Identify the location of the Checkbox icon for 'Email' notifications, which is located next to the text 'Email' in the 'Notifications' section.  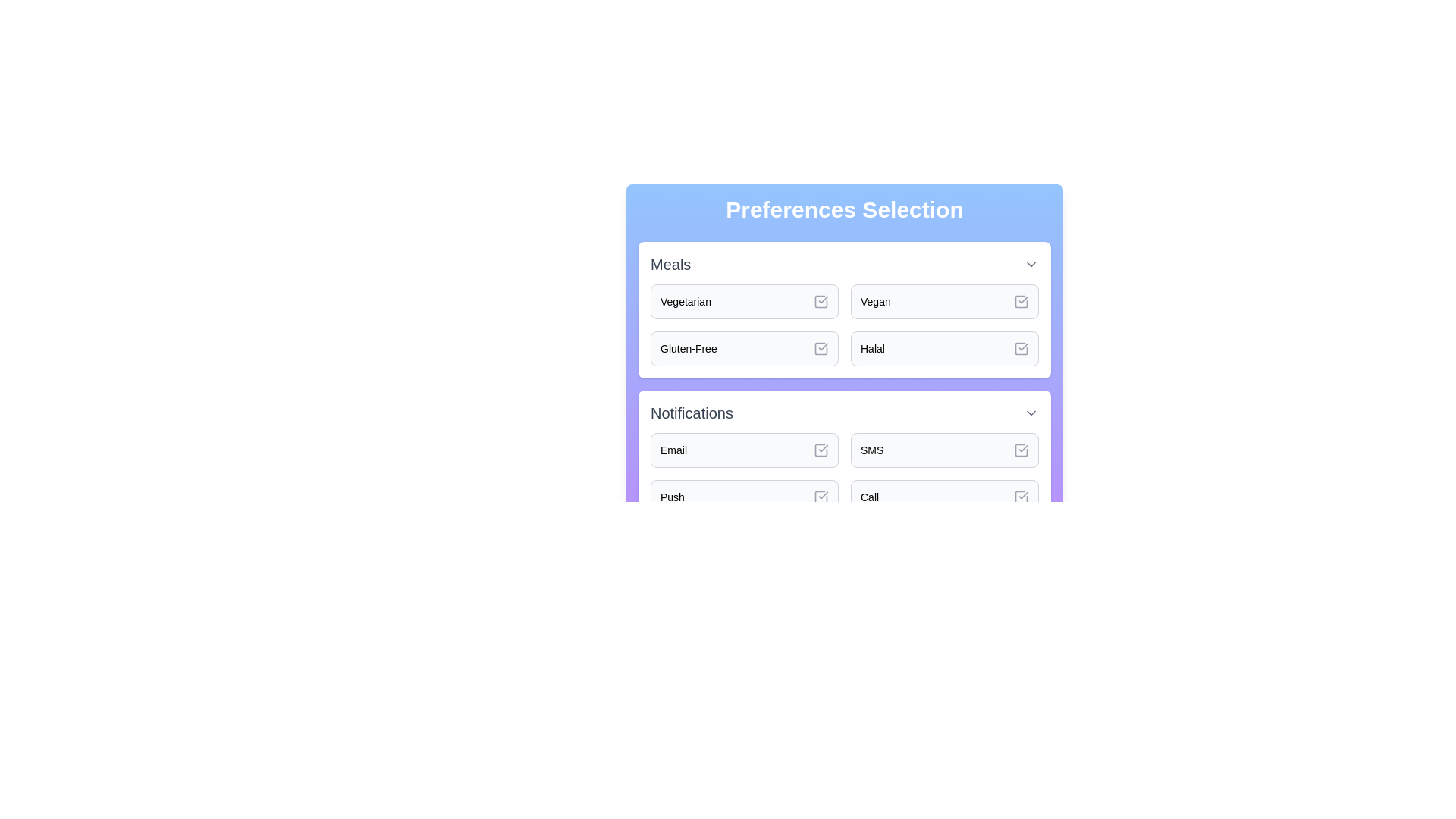
(821, 450).